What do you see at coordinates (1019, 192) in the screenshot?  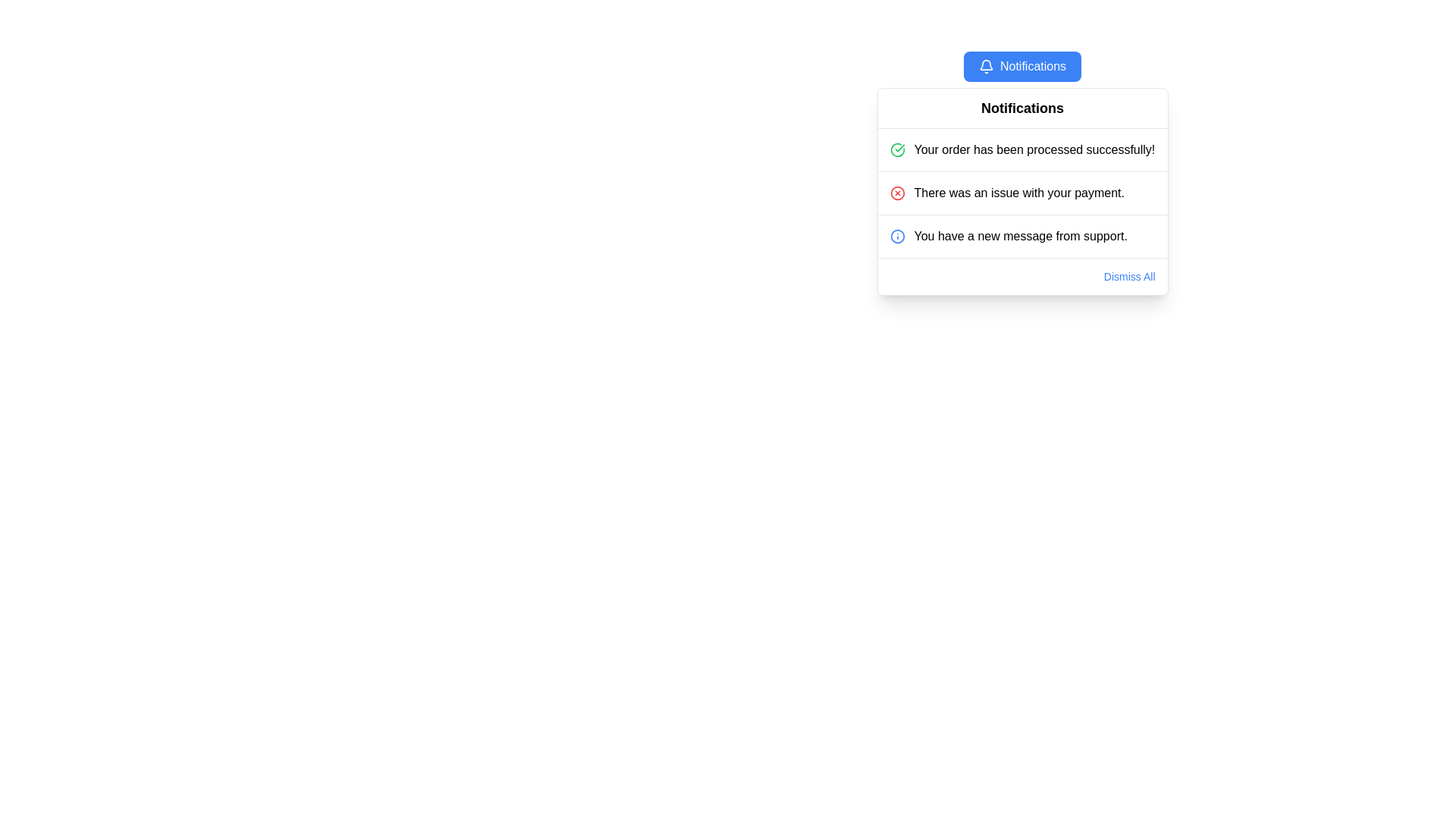 I see `information displayed in the text label stating 'There was an issue with your payment.' This text label is part of a notification panel, centrally aligned and located in the middle row of the panel, following a success message and preceding an info message` at bounding box center [1019, 192].